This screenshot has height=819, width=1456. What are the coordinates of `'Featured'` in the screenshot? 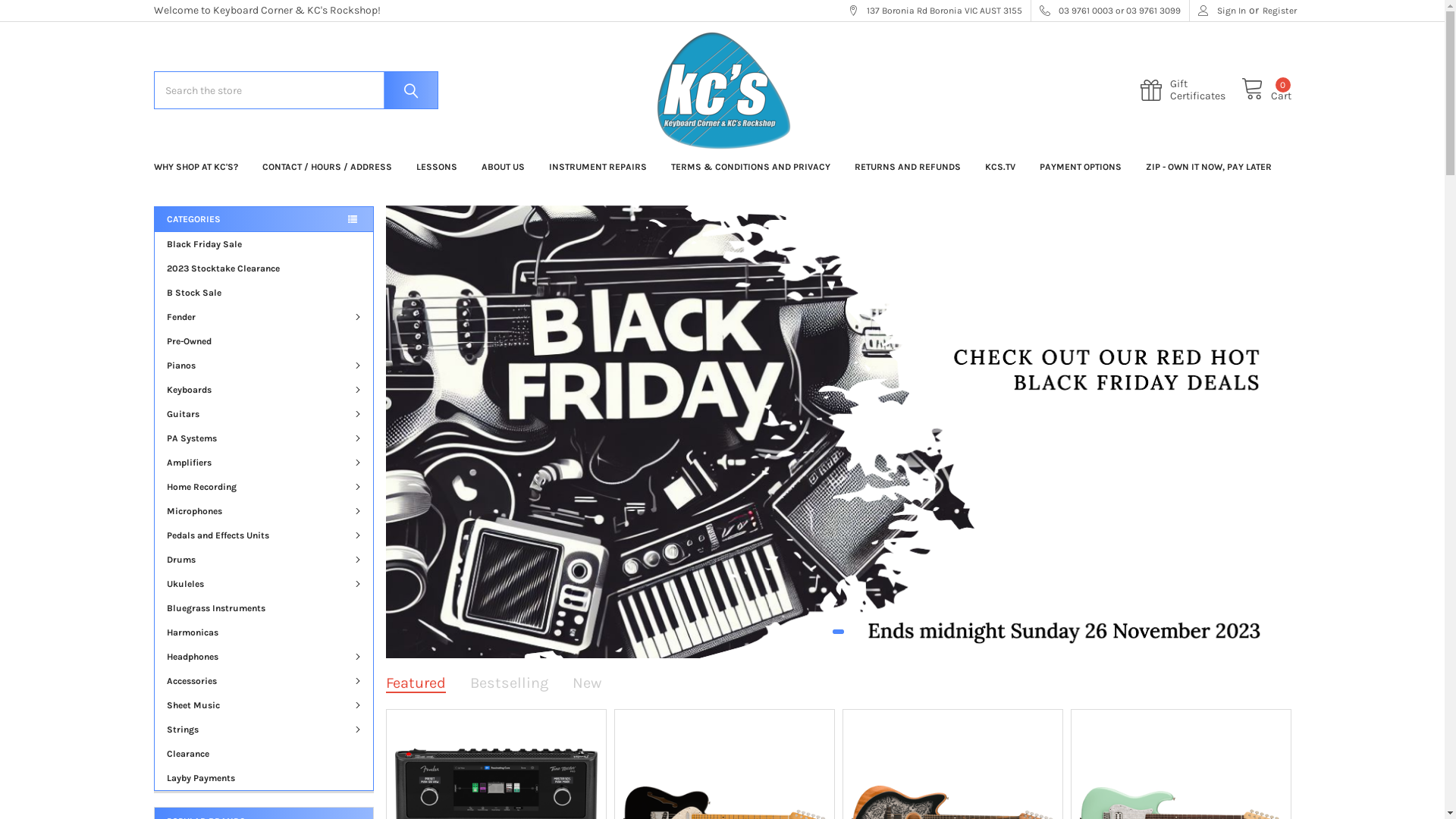 It's located at (385, 682).